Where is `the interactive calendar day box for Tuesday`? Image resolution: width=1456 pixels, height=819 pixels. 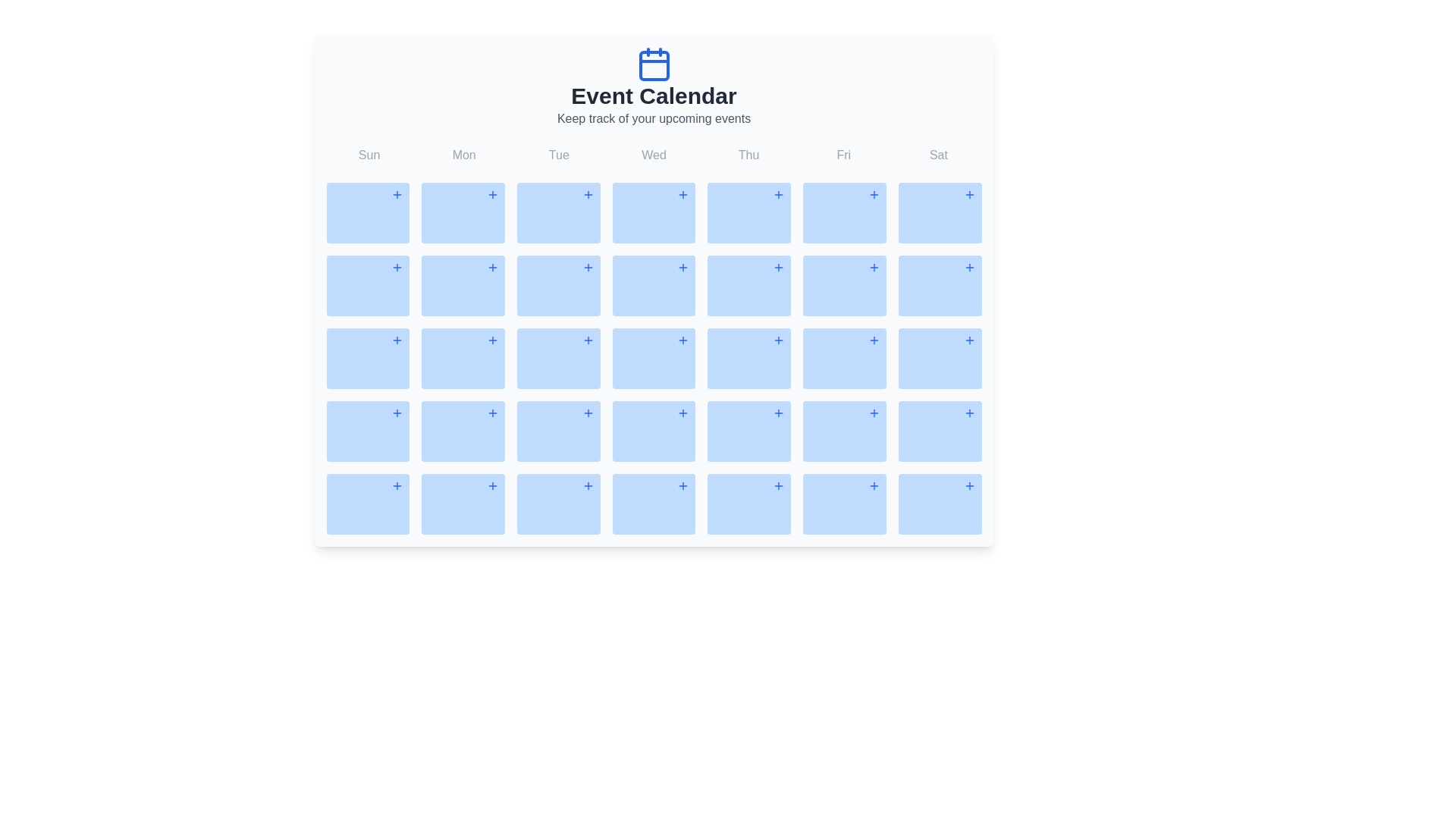
the interactive calendar day box for Tuesday is located at coordinates (557, 286).